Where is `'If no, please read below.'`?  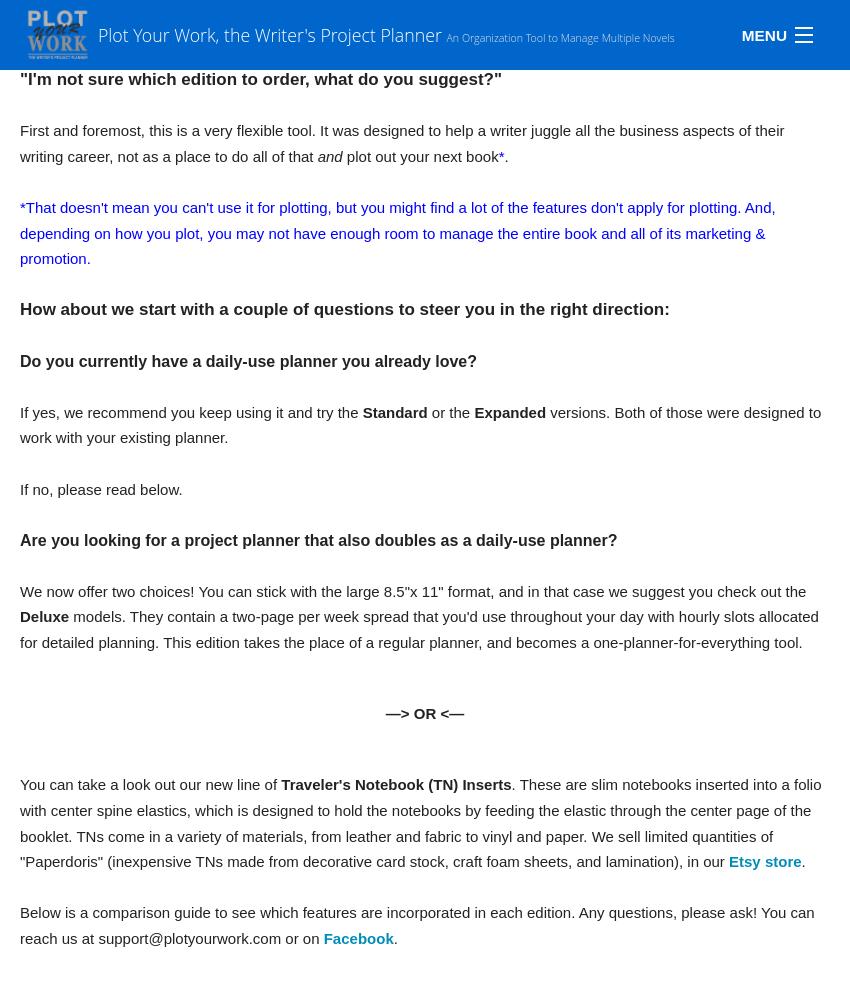
'If no, please read below.' is located at coordinates (99, 487).